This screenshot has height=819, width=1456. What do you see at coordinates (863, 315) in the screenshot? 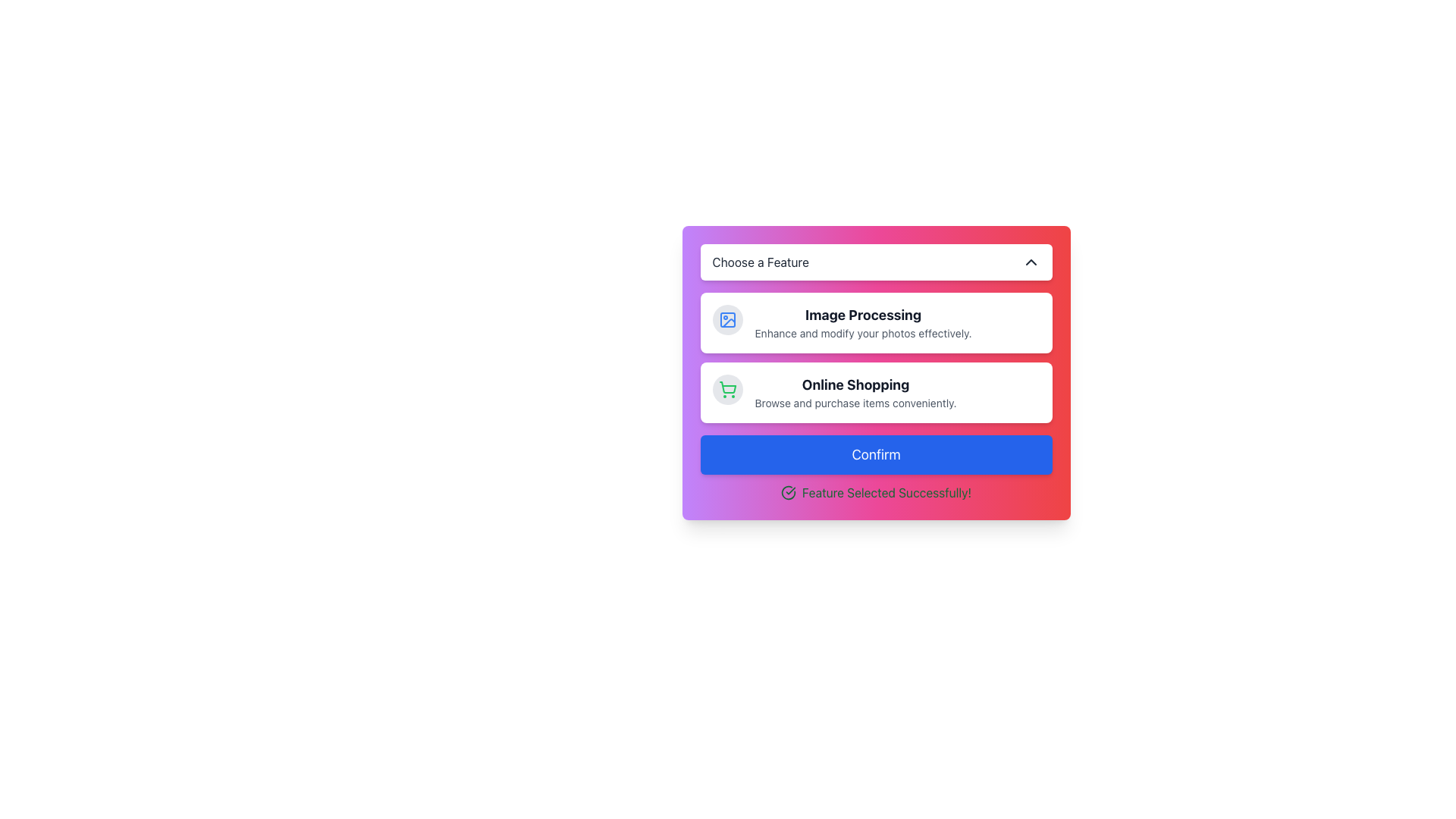
I see `the 'Image Processing' text label, which is a bold, black heading located above the descriptive text 'Enhance and modify your photos effectively.'` at bounding box center [863, 315].